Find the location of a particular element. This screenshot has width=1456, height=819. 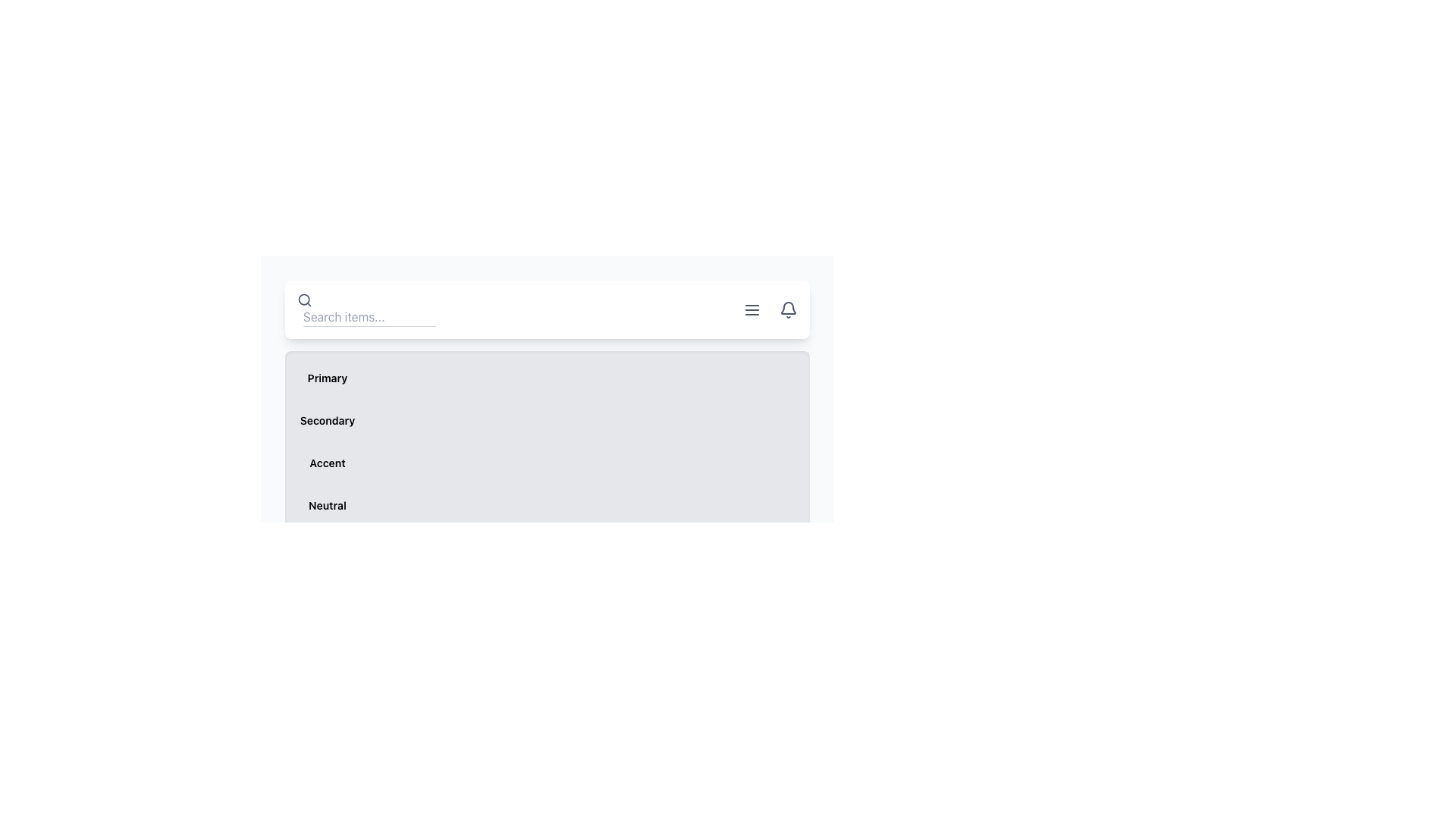

the text label displaying the word 'Accent', which is styled in bold font and positioned in the third position within a vertical list of labels is located at coordinates (327, 462).